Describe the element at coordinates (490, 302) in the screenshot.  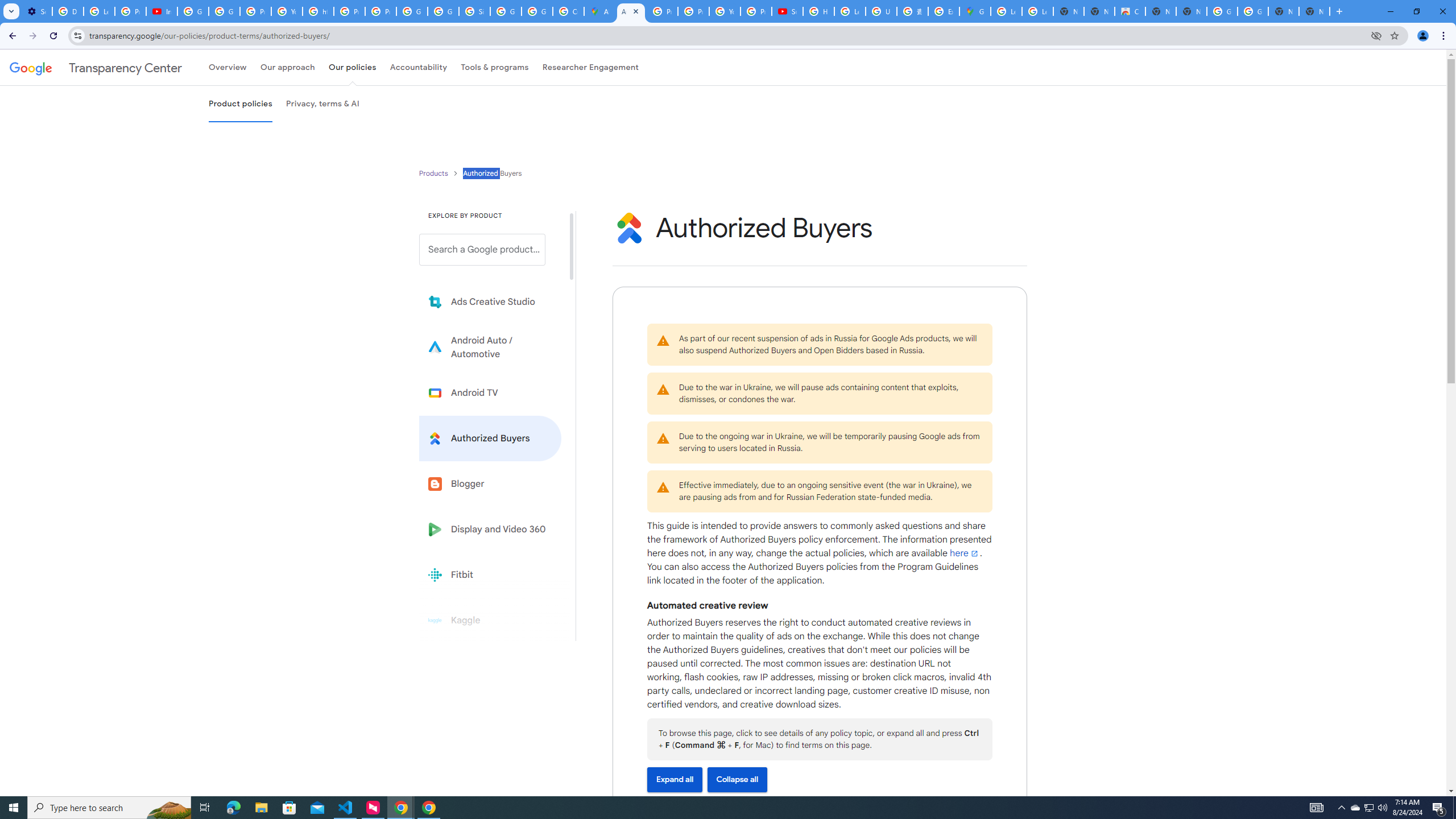
I see `'Learn more about Ads Creative Studio'` at that location.